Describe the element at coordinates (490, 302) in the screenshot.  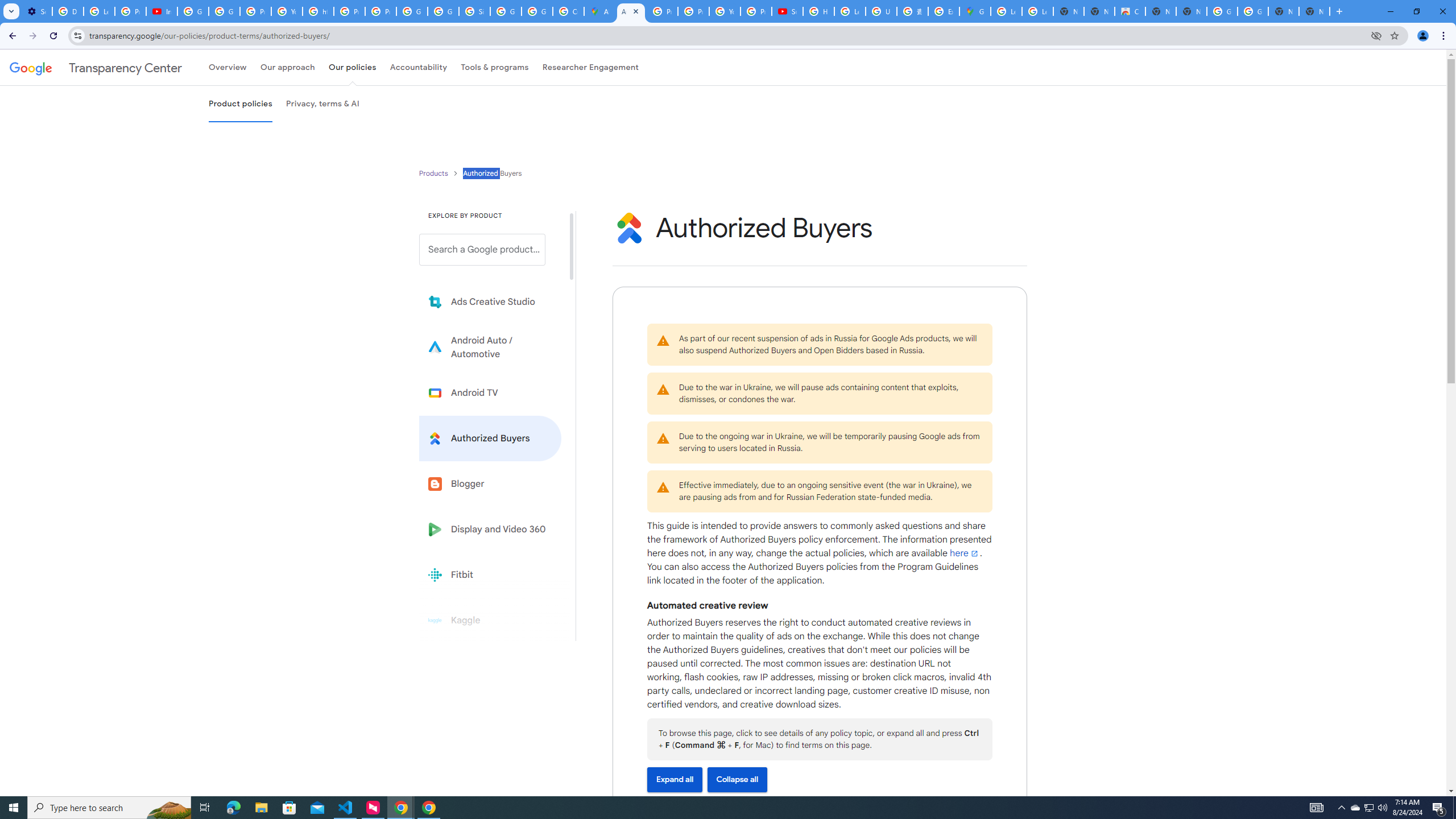
I see `'Learn more about Ads Creative Studio'` at that location.